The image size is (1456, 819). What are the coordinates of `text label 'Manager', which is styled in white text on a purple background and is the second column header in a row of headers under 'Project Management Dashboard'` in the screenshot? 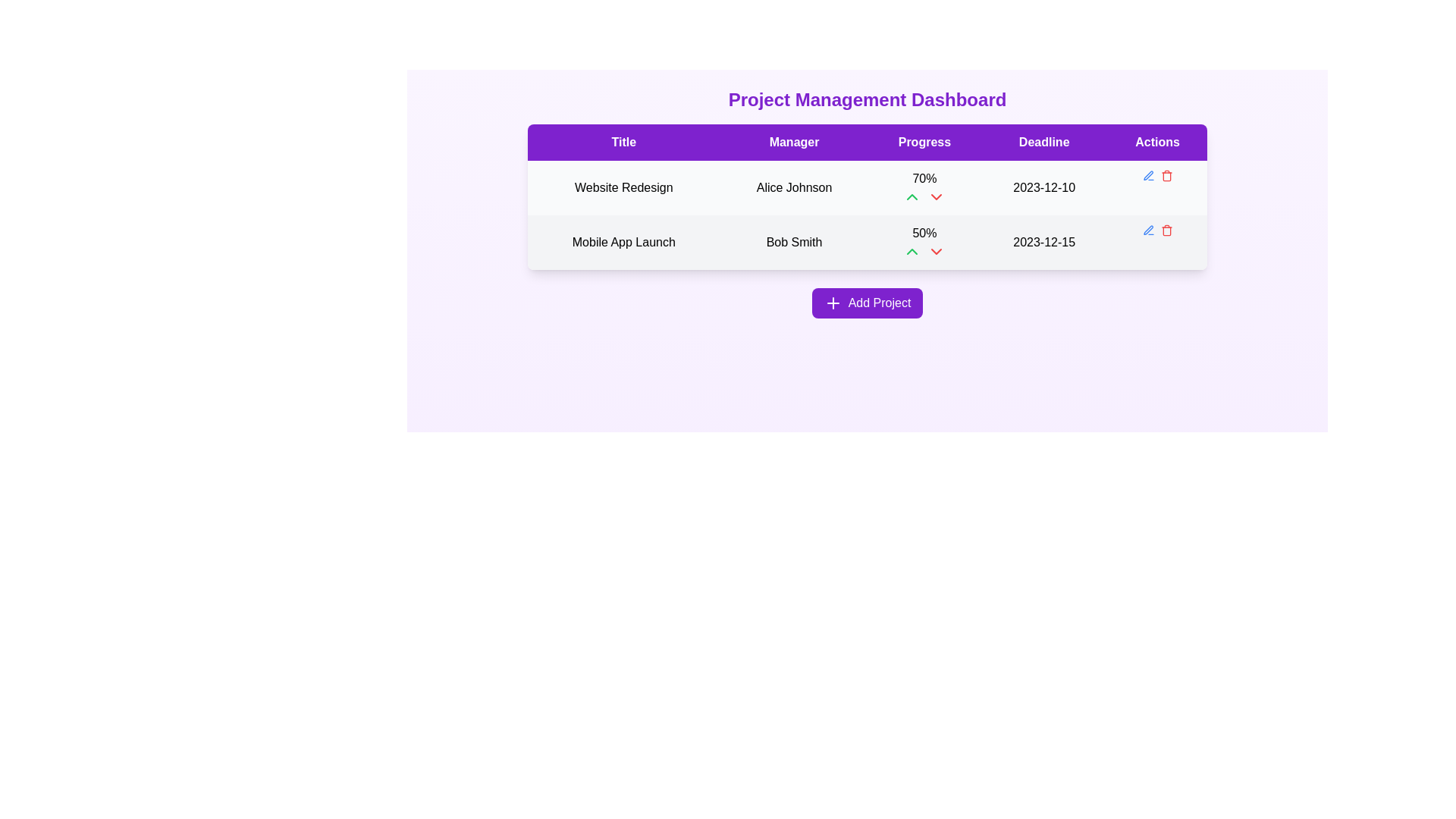 It's located at (793, 143).